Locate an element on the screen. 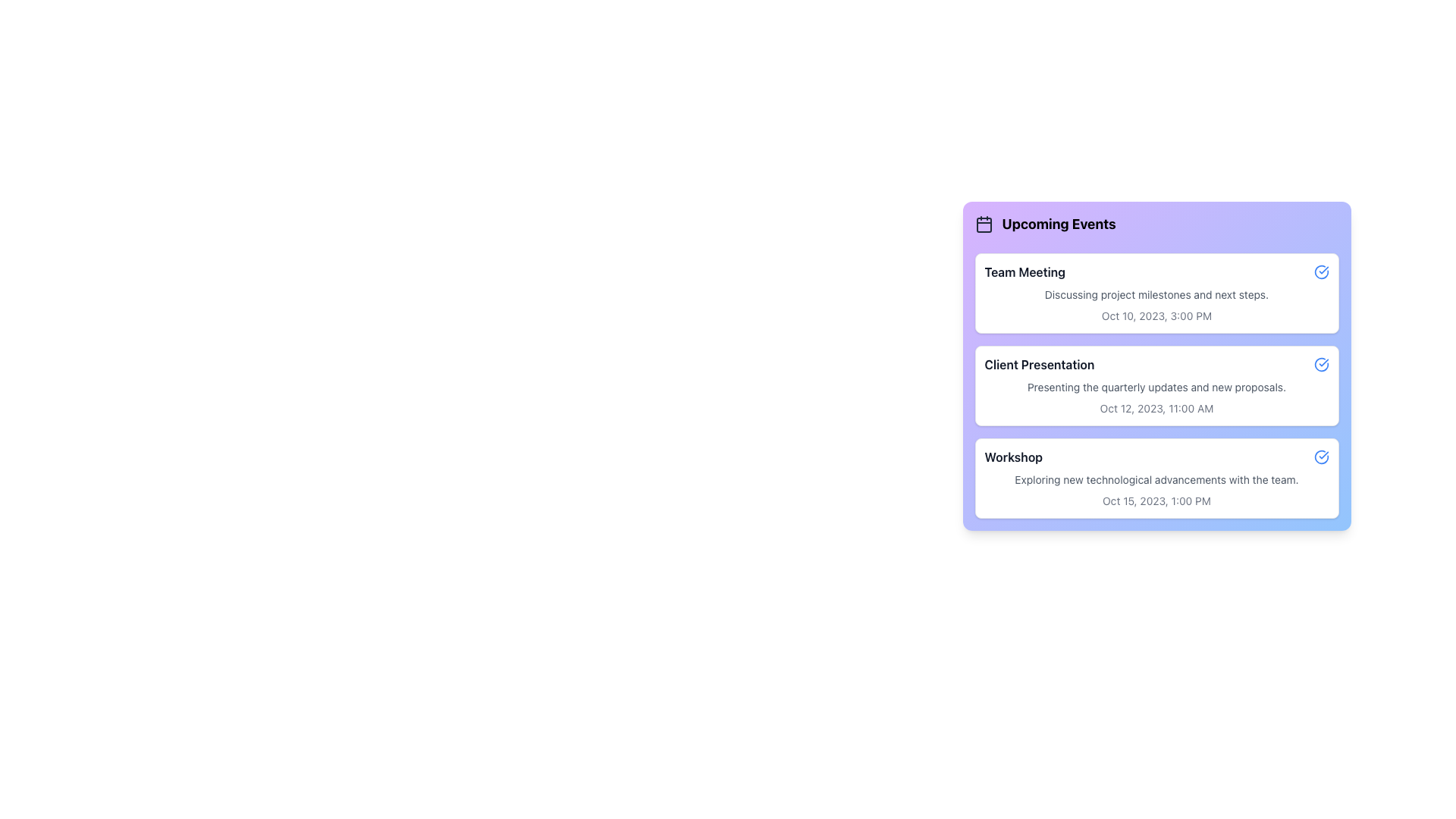 This screenshot has width=1456, height=819. the circular blue icon with an outlined checkmark located on the right side of the 'Client Presentation' section in the 'Upcoming Events' list is located at coordinates (1320, 365).